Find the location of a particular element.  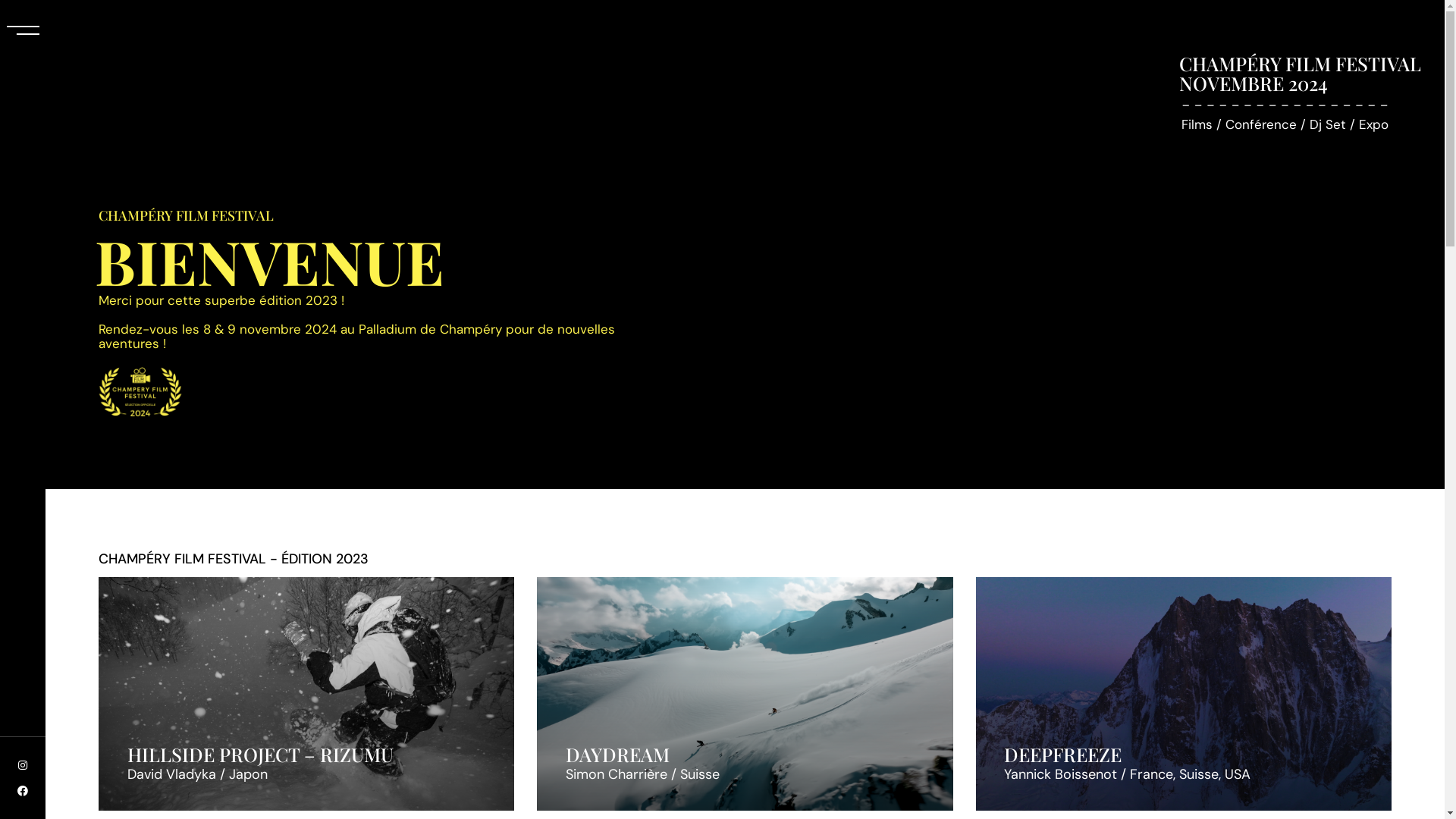

'Yannick Boissenot' is located at coordinates (1059, 775).